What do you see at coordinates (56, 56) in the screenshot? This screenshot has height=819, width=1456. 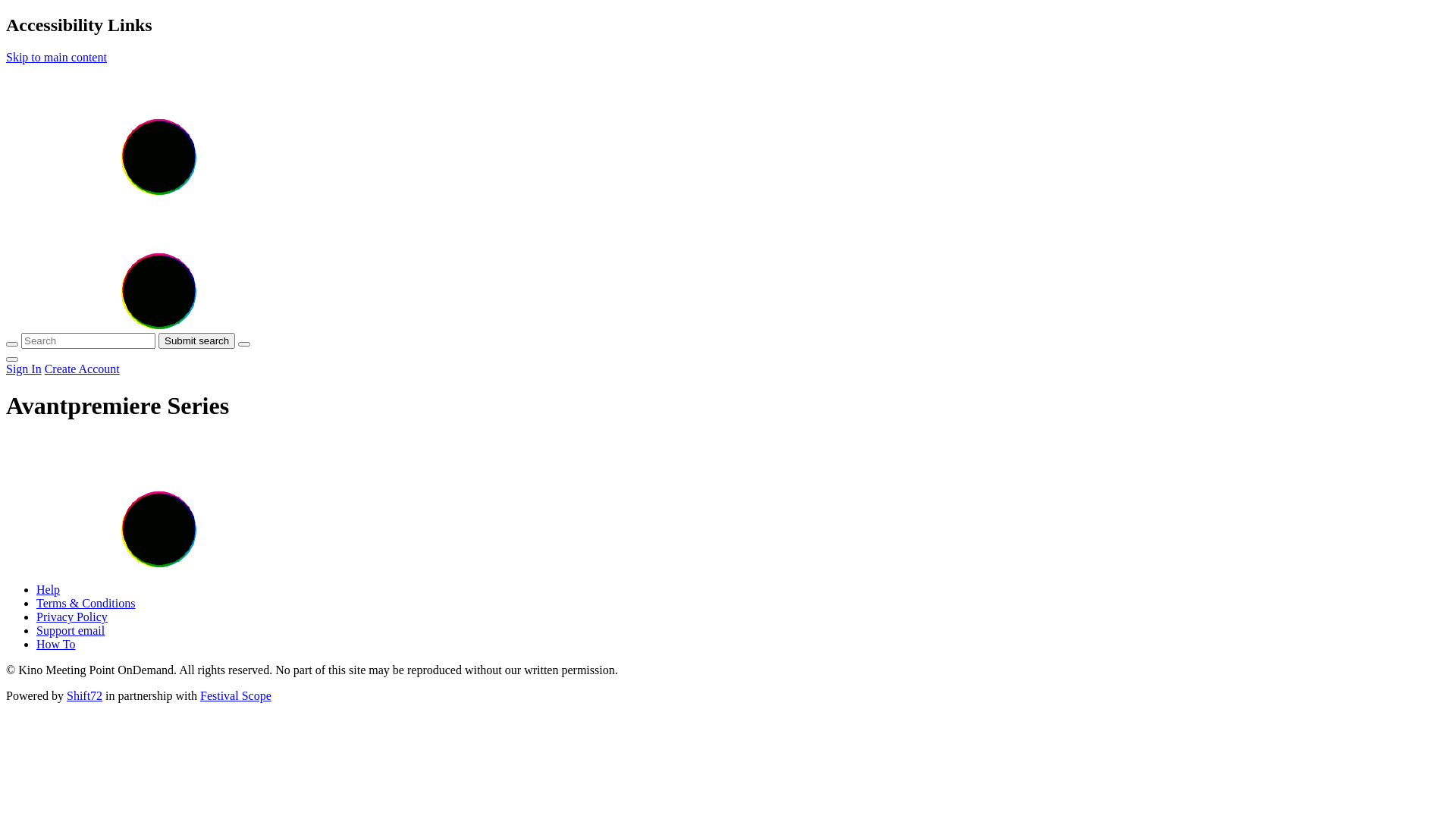 I see `'Skip to main content'` at bounding box center [56, 56].